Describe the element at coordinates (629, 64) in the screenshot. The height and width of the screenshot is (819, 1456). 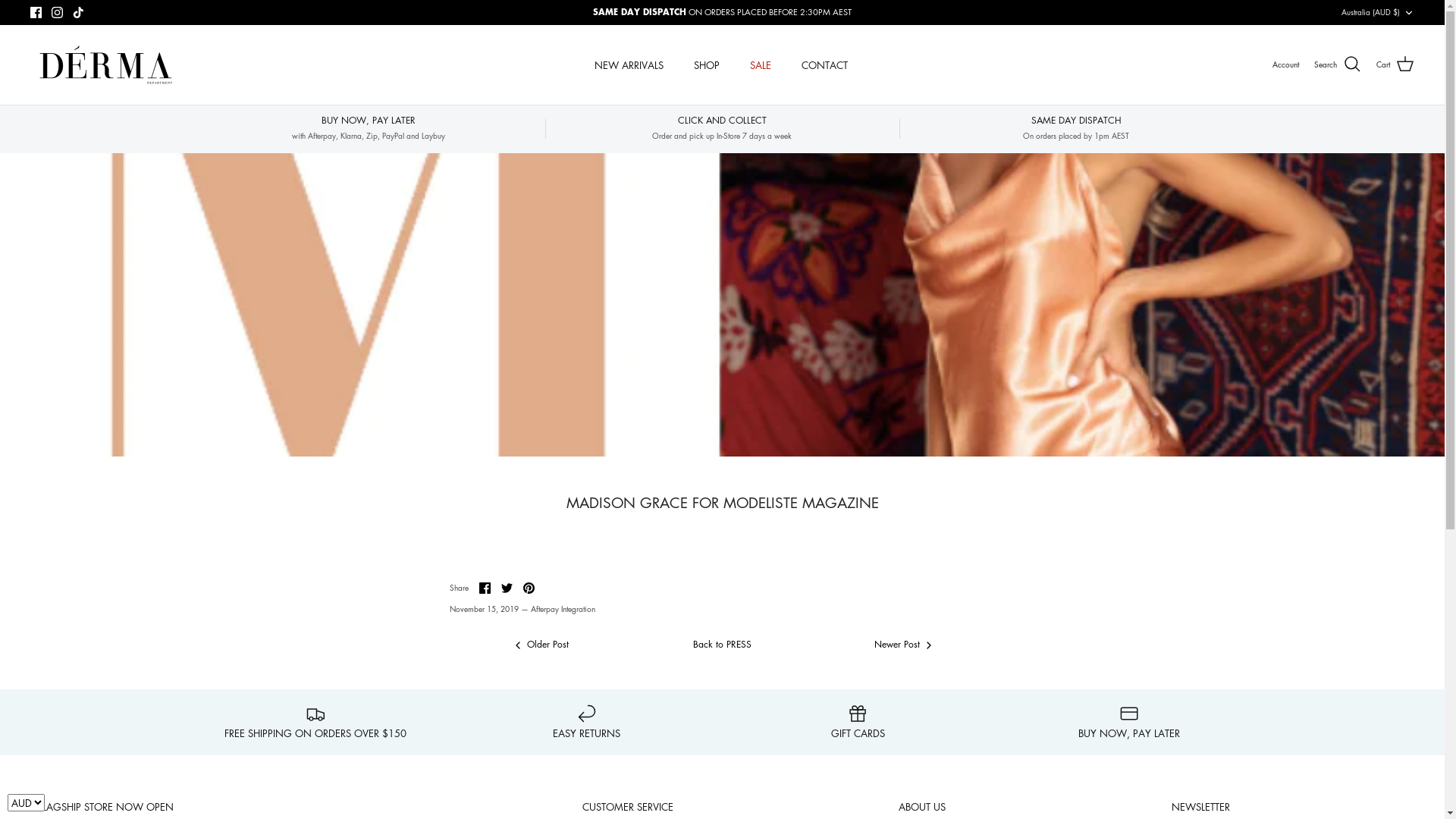
I see `'NEW ARRIVALS'` at that location.